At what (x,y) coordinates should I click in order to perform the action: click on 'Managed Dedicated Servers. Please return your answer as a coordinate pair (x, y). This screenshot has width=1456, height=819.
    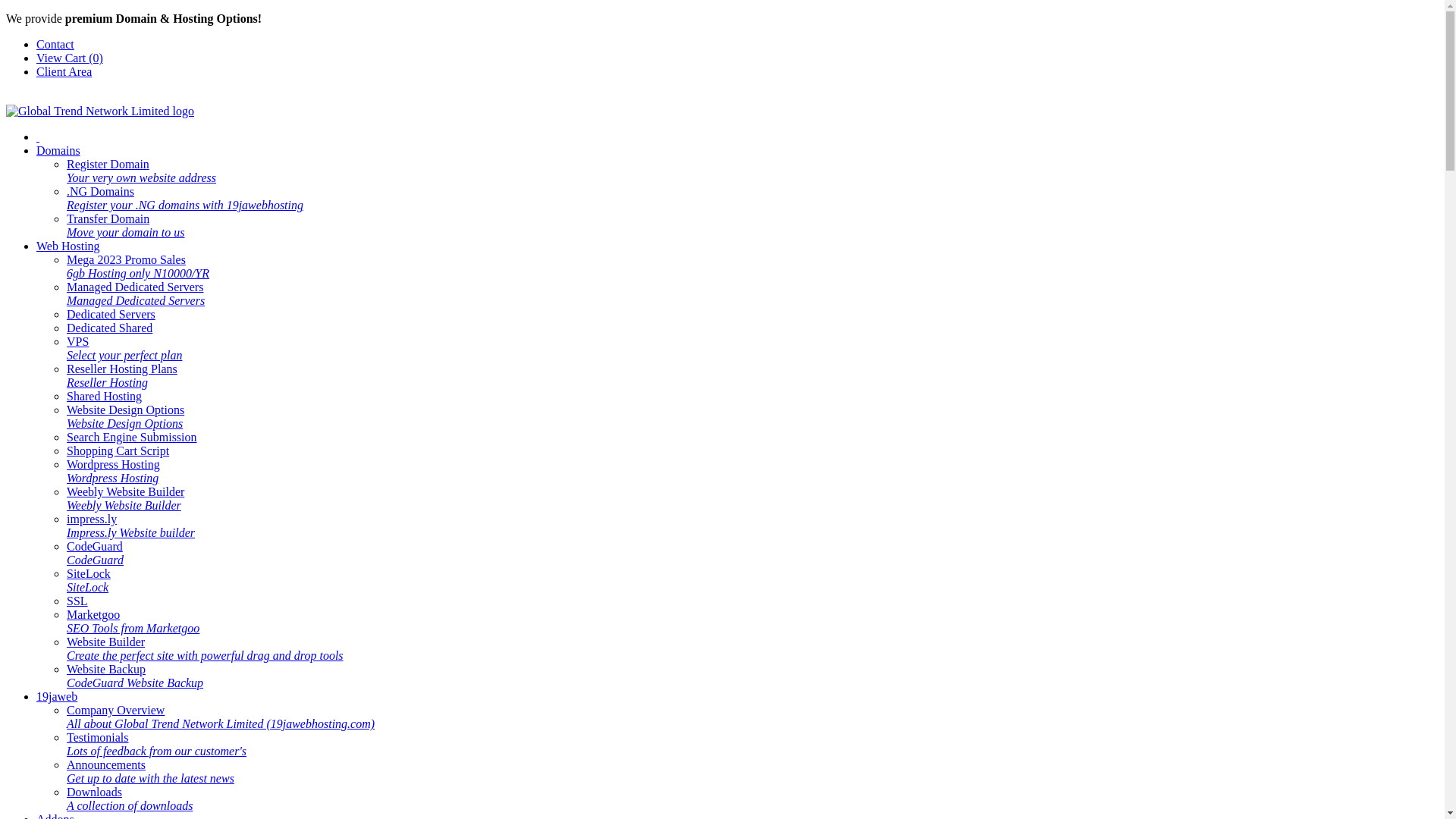
    Looking at the image, I should click on (135, 293).